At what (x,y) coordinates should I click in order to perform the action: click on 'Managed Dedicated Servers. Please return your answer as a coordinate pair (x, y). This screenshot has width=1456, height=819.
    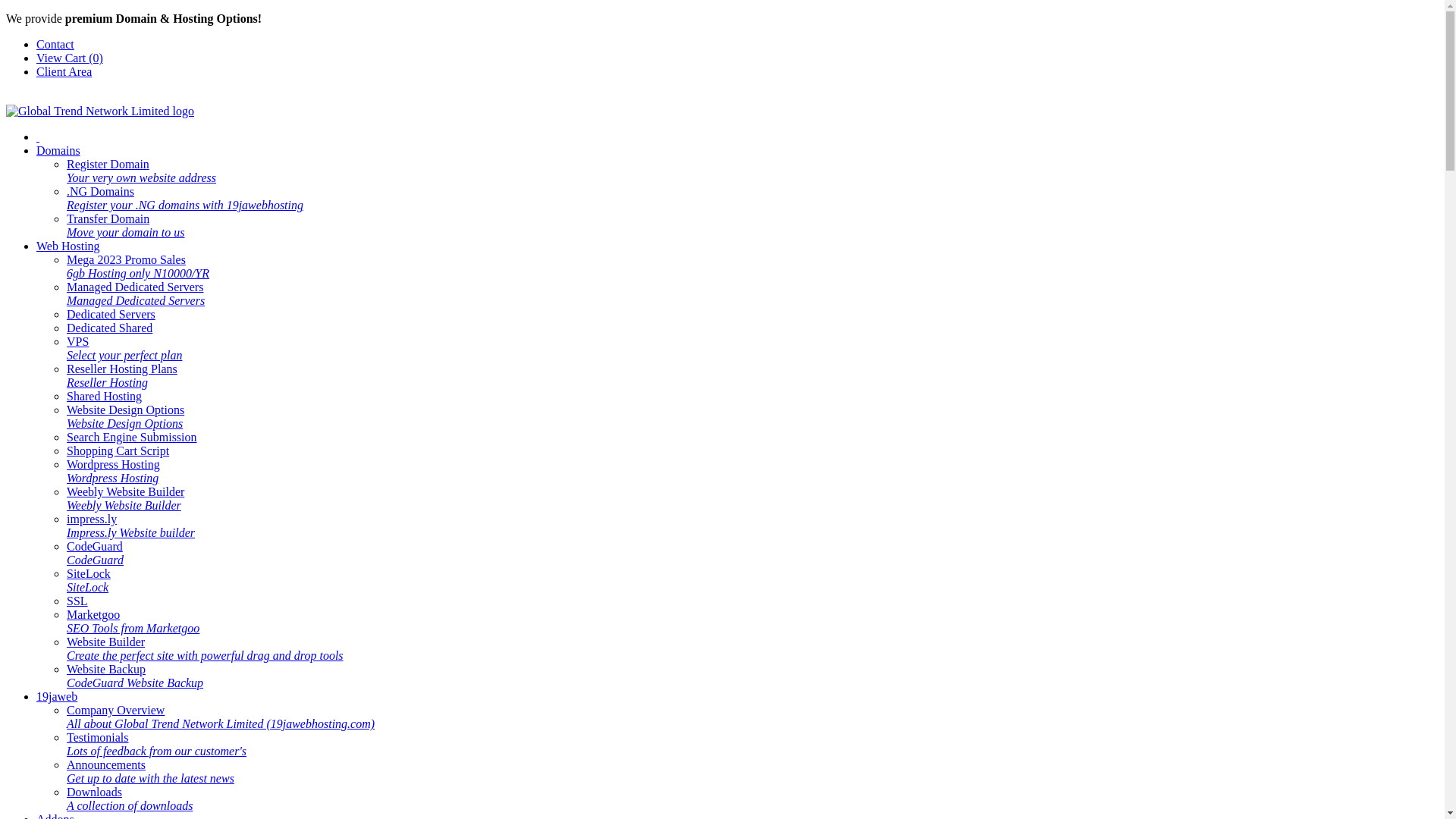
    Looking at the image, I should click on (135, 293).